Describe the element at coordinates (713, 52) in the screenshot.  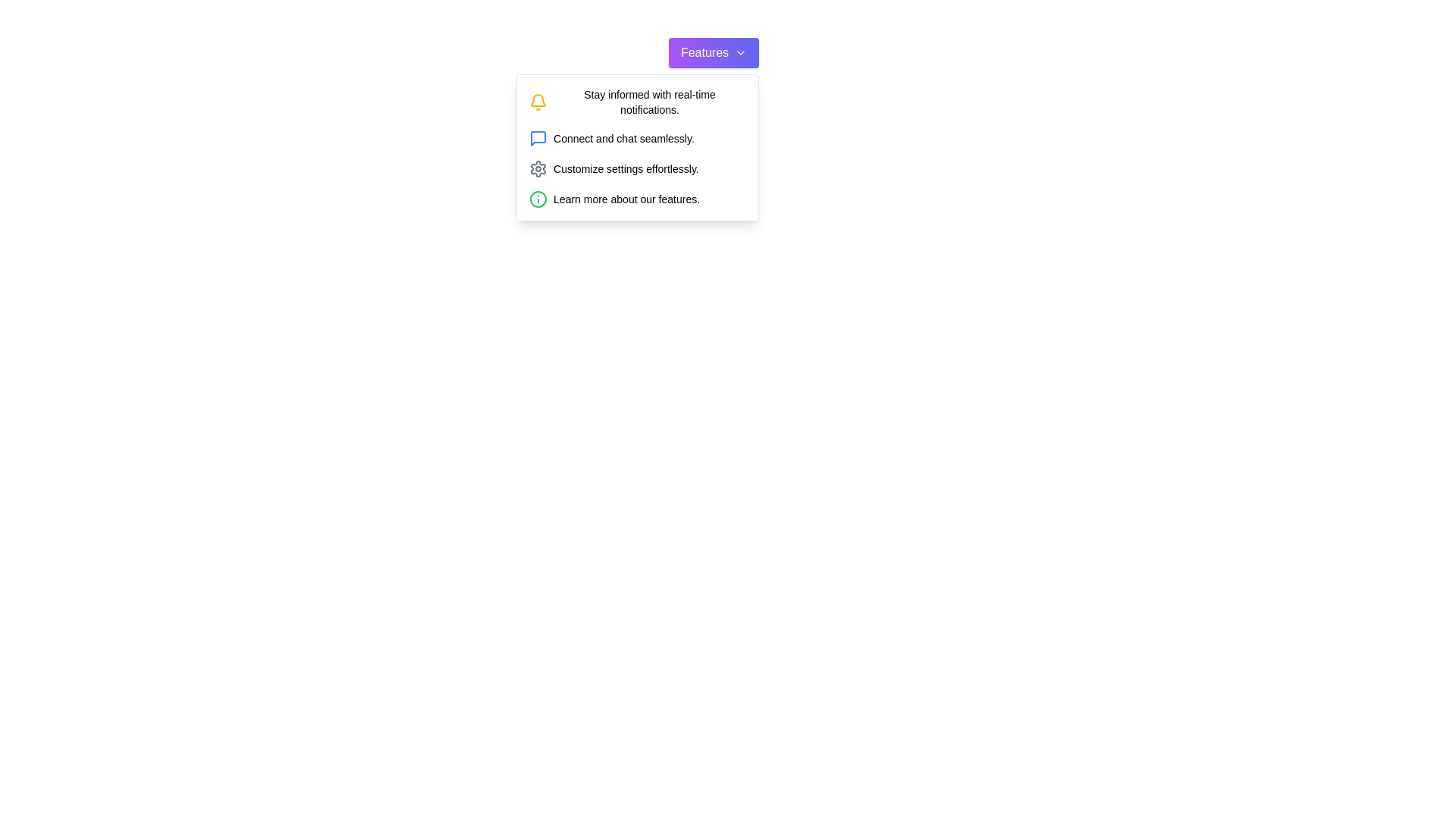
I see `the dropdown toggle button located near the top of the dropdown menu` at that location.